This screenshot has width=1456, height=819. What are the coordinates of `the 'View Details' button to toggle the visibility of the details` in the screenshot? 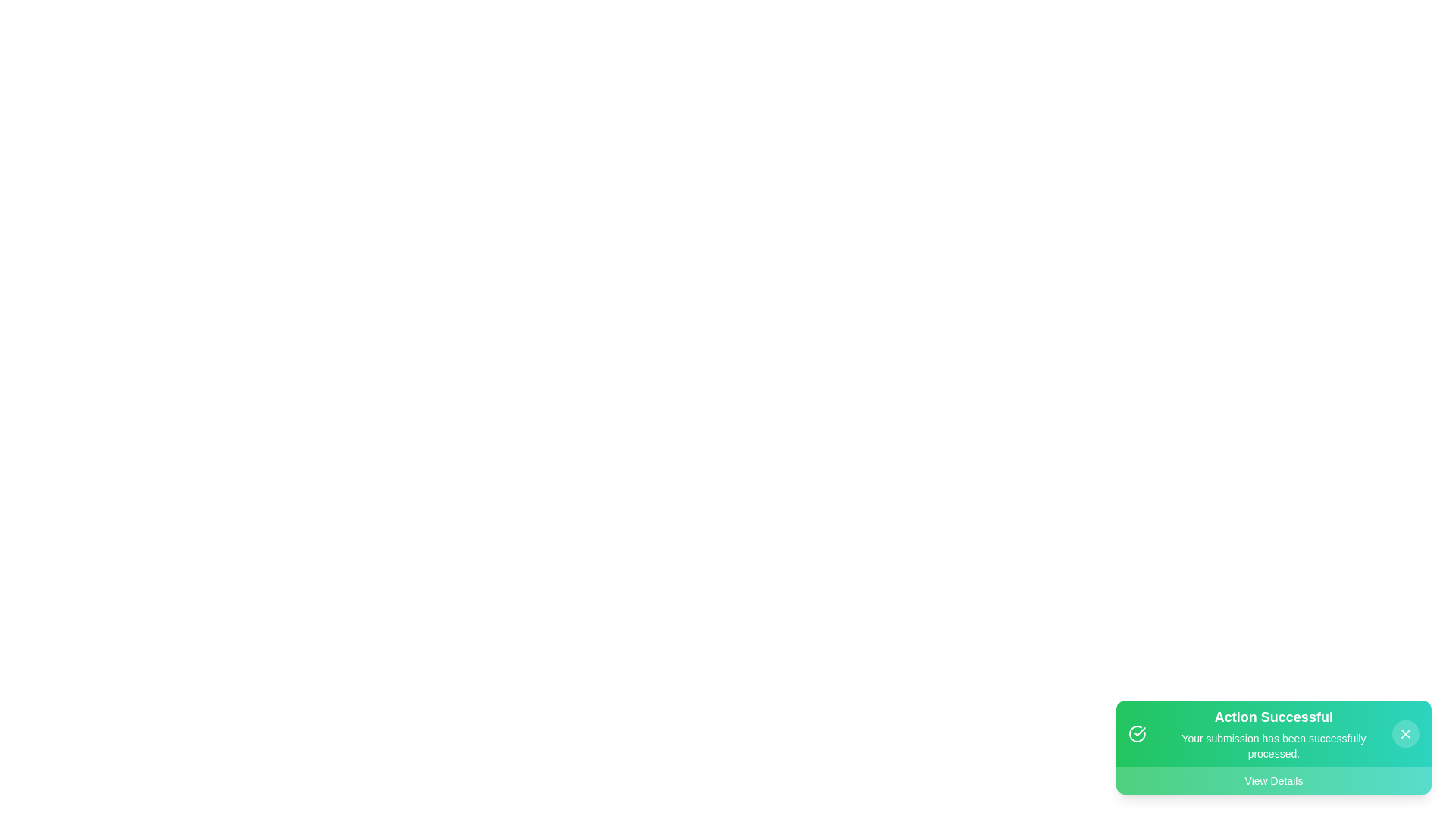 It's located at (1274, 780).